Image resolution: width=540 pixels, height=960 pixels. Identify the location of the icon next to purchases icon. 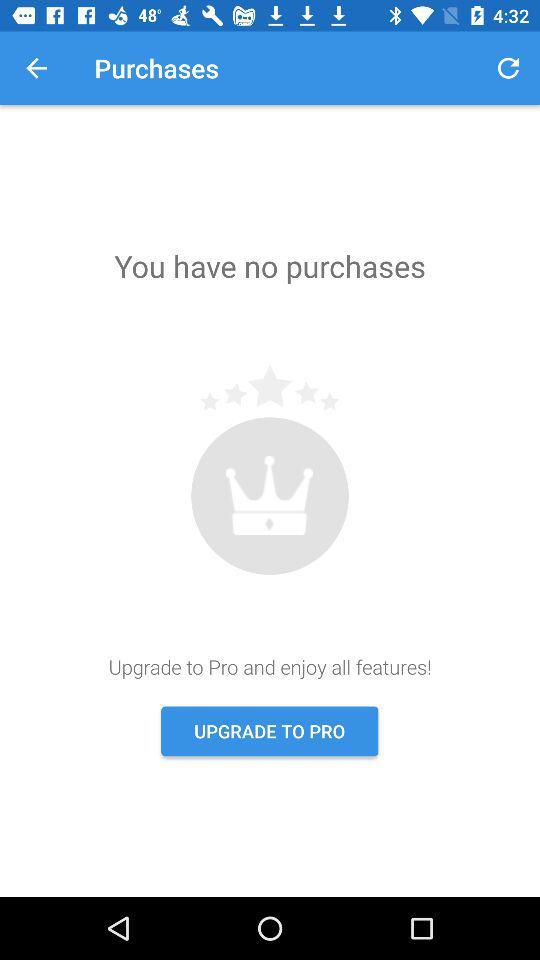
(36, 68).